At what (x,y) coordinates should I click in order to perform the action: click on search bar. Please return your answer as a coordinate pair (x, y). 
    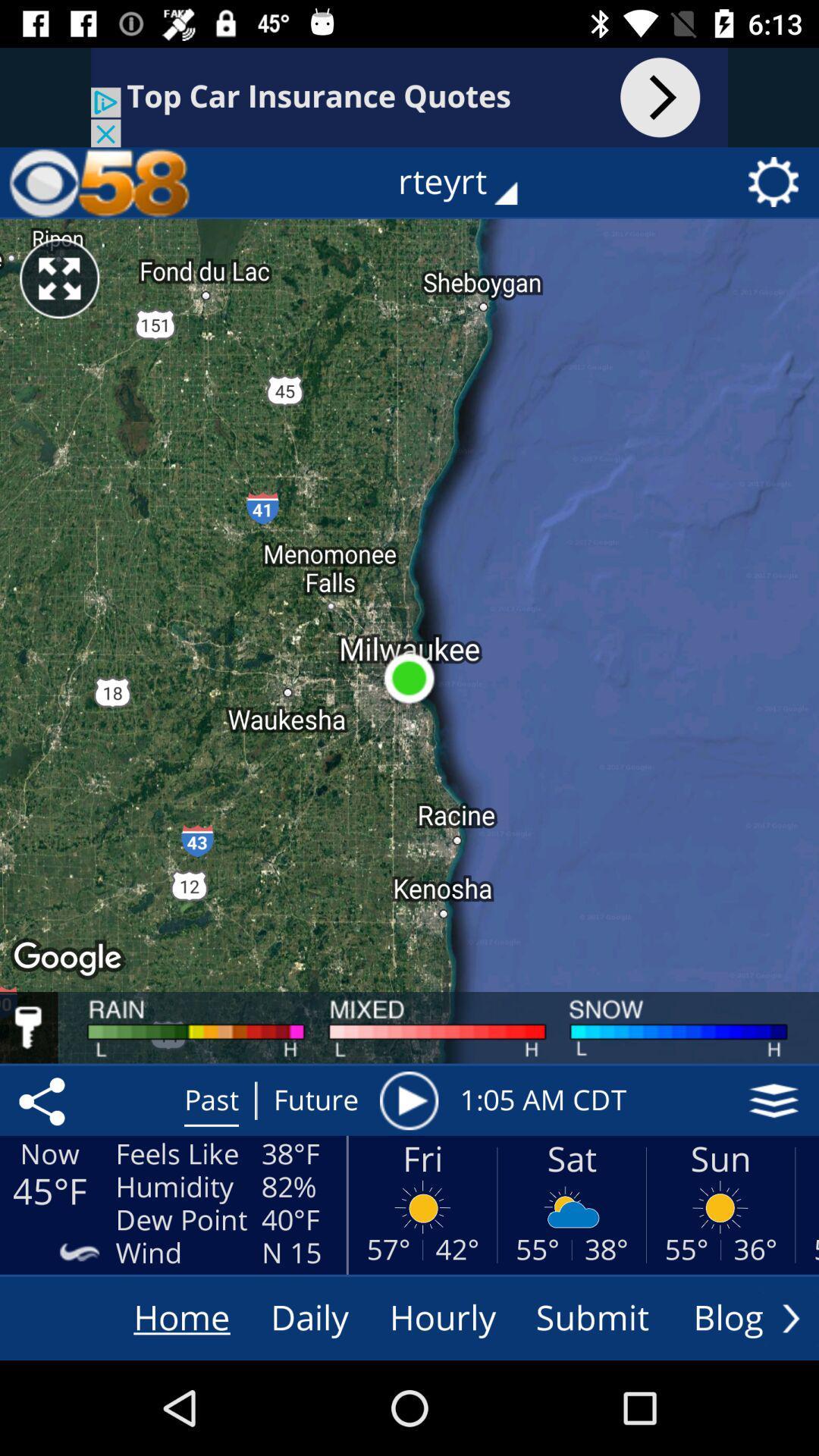
    Looking at the image, I should click on (409, 96).